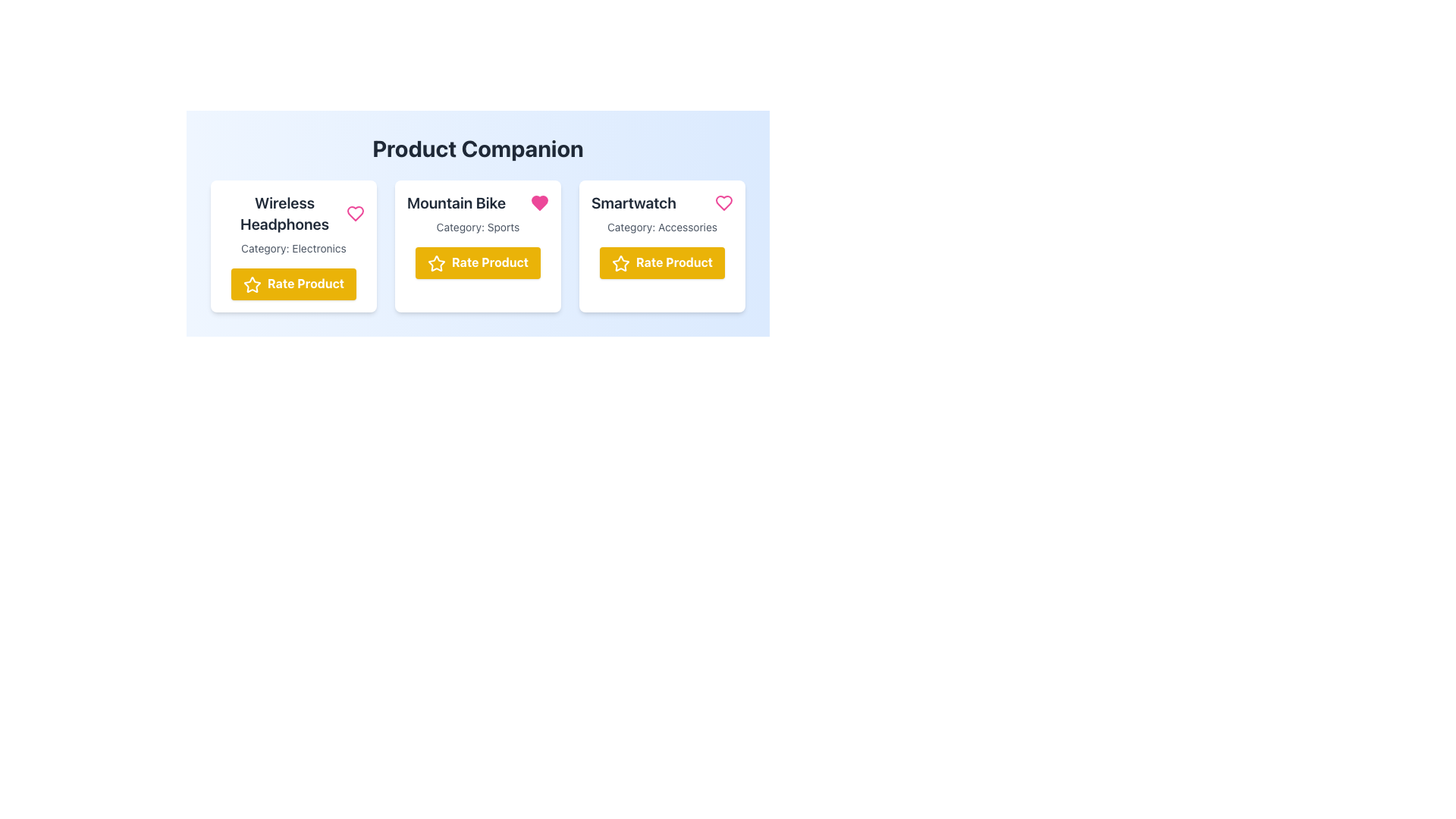  Describe the element at coordinates (539, 202) in the screenshot. I see `the pink heart-shaped interactive icon located to the right of the 'Mountain Bike' text` at that location.